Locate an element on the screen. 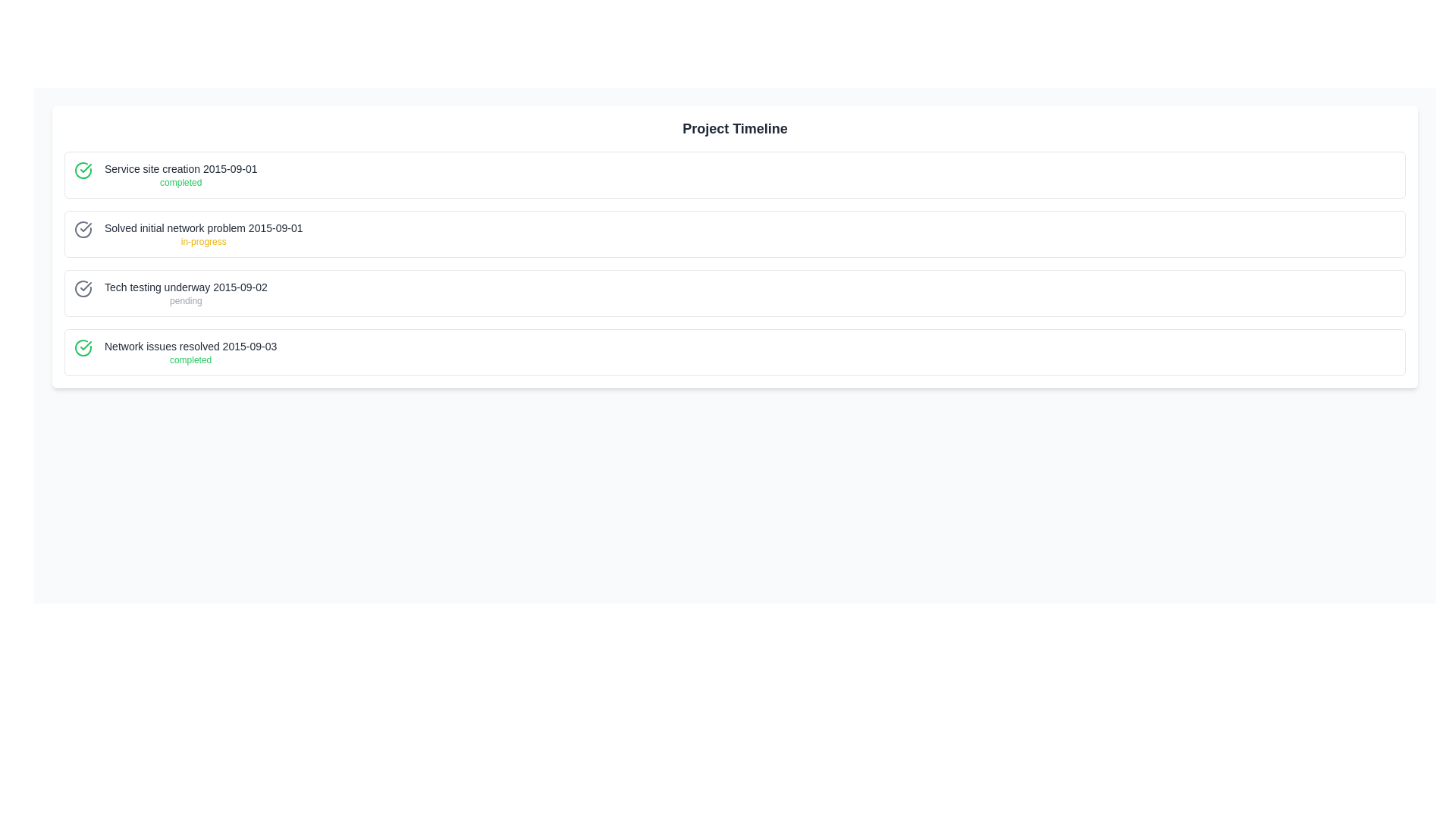 The width and height of the screenshot is (1456, 819). the status indicator icon that confirms the successful completion of the task 'Service site creation 2015-09-01' is located at coordinates (83, 170).